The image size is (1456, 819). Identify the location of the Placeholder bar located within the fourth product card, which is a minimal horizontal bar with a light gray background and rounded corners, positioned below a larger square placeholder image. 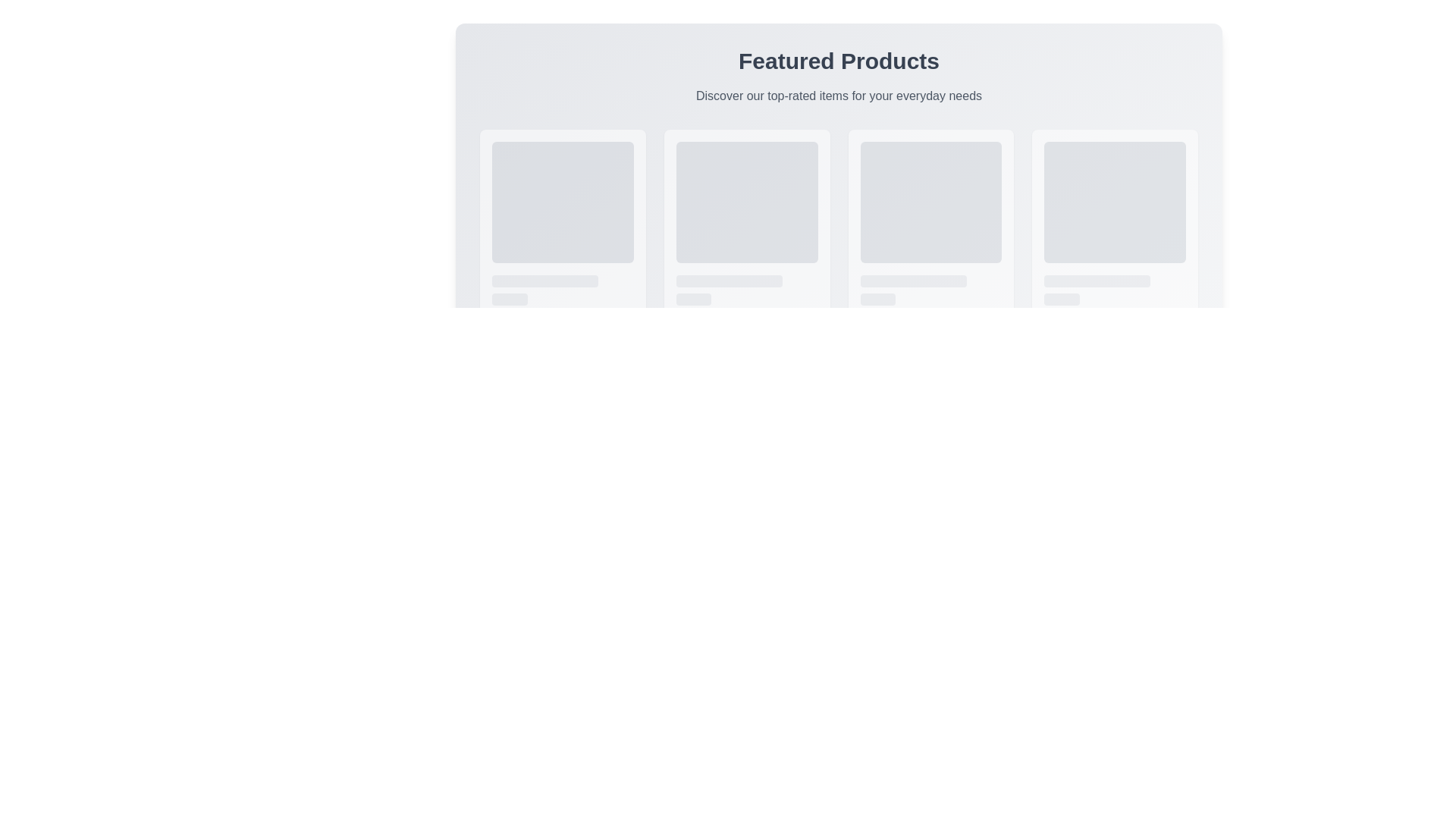
(1097, 281).